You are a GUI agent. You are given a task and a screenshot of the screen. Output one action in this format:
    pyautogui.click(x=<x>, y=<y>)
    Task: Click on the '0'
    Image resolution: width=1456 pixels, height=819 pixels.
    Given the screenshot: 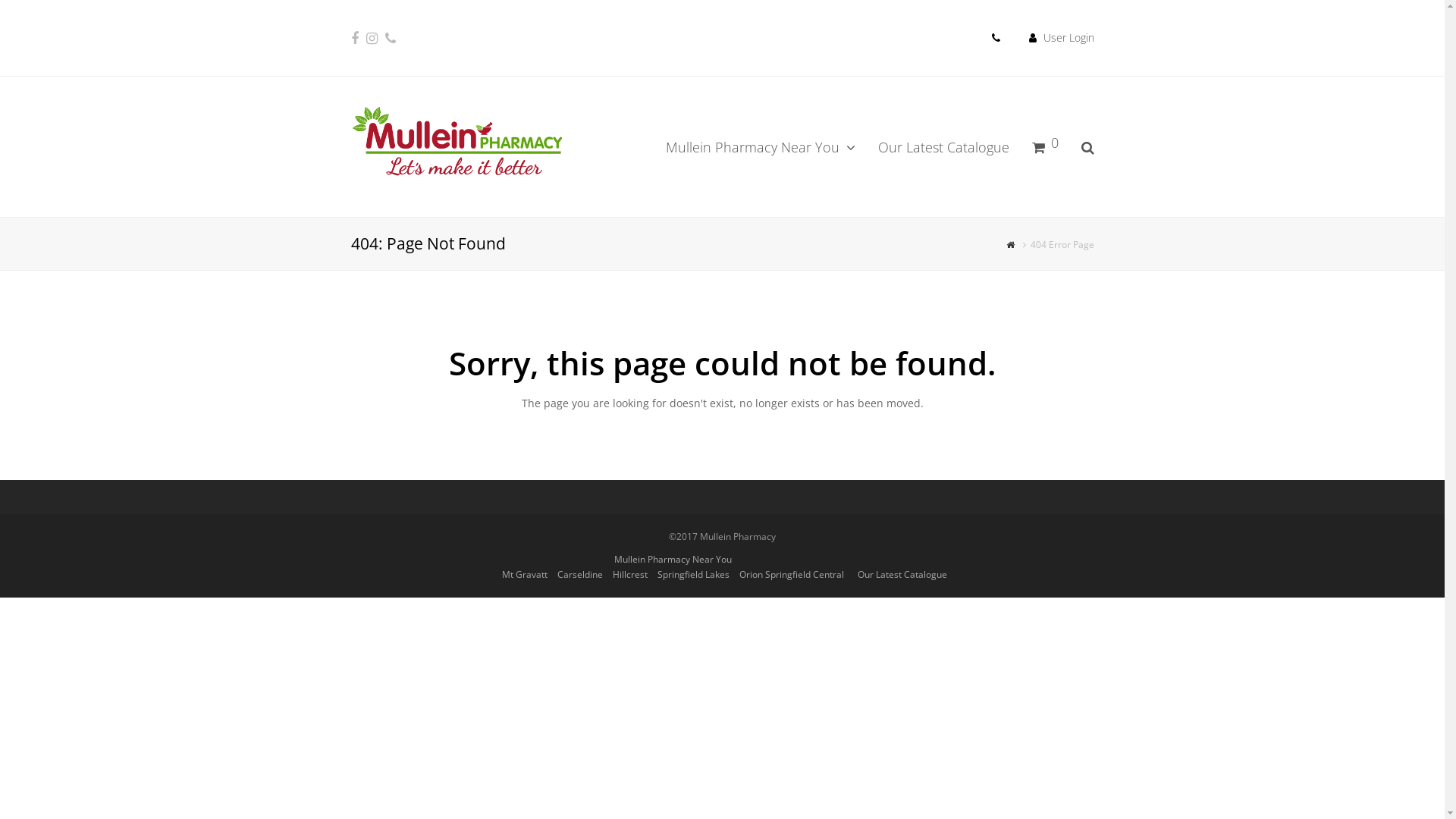 What is the action you would take?
    pyautogui.click(x=1044, y=146)
    